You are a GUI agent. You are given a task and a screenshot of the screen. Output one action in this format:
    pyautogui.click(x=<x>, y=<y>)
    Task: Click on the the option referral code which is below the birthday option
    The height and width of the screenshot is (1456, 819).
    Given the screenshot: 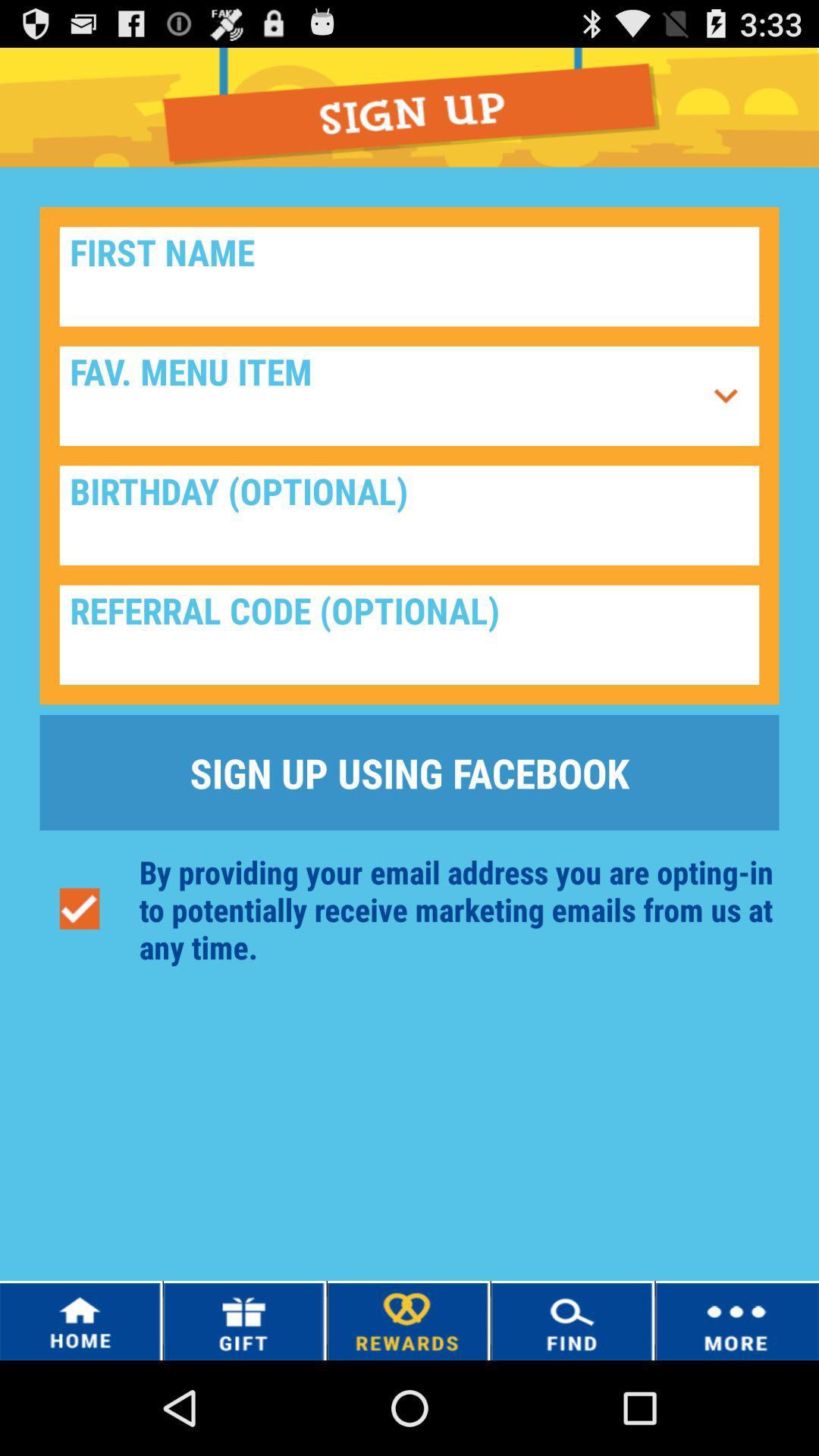 What is the action you would take?
    pyautogui.click(x=409, y=635)
    